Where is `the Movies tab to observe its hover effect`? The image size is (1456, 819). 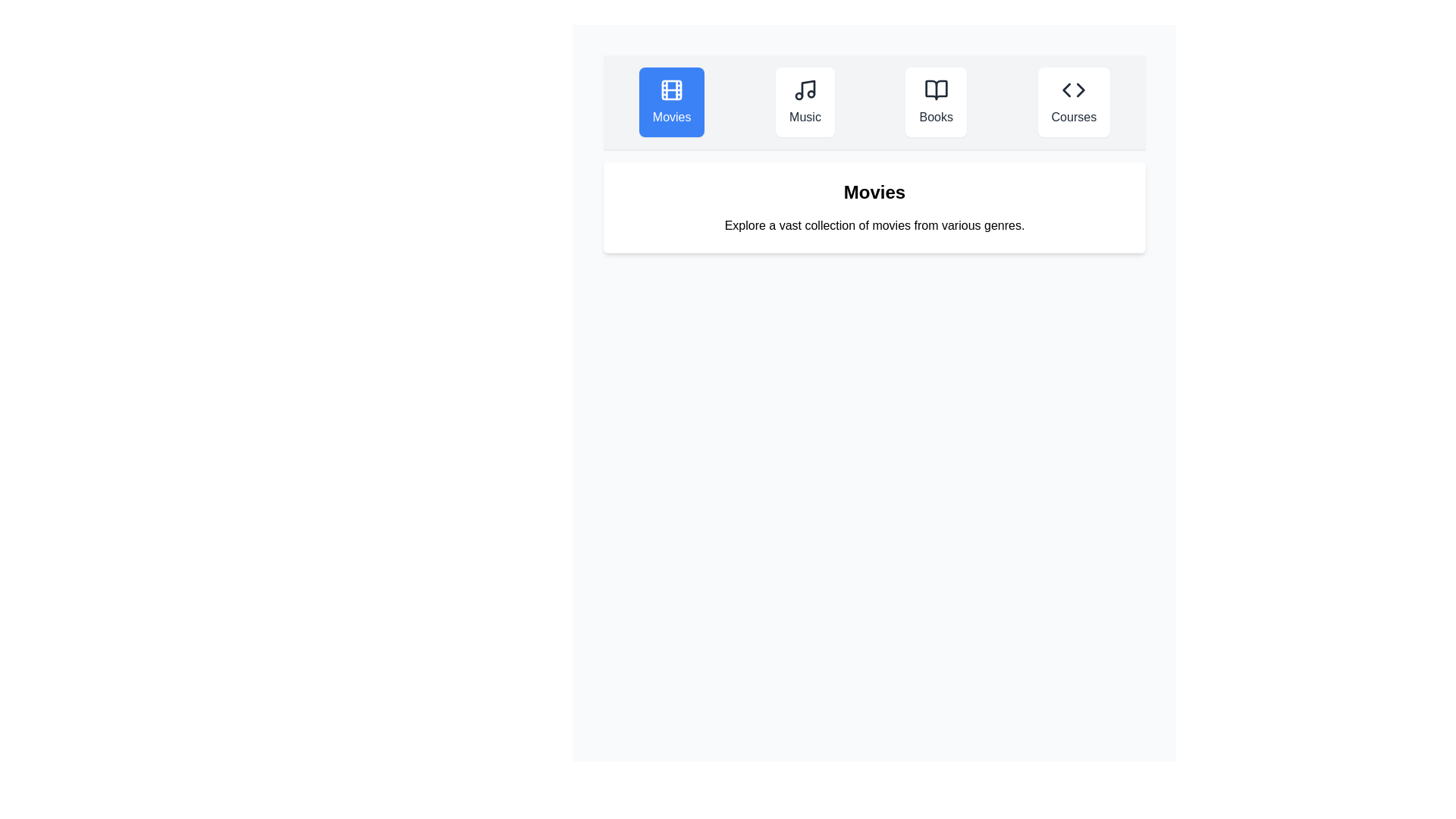
the Movies tab to observe its hover effect is located at coordinates (671, 102).